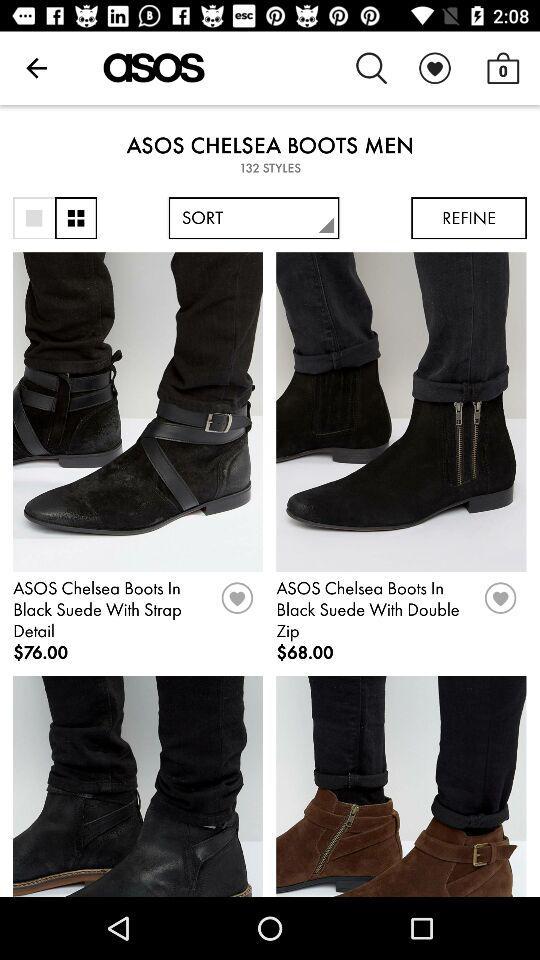  What do you see at coordinates (75, 218) in the screenshot?
I see `more information` at bounding box center [75, 218].